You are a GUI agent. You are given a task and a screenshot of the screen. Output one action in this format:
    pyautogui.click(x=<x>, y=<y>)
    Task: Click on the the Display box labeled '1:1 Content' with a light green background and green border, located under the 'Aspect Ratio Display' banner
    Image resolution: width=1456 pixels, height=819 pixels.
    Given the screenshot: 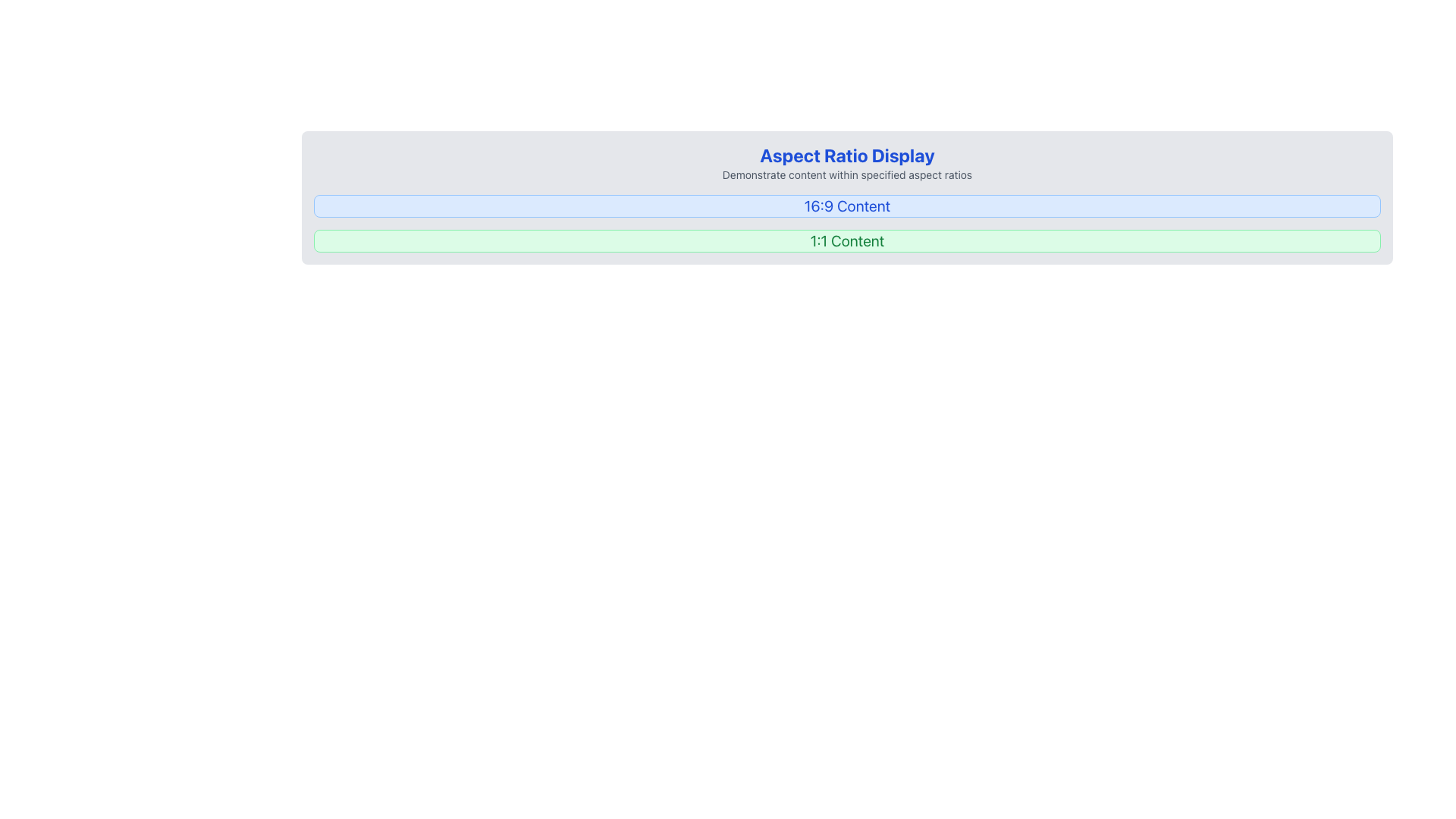 What is the action you would take?
    pyautogui.click(x=846, y=240)
    